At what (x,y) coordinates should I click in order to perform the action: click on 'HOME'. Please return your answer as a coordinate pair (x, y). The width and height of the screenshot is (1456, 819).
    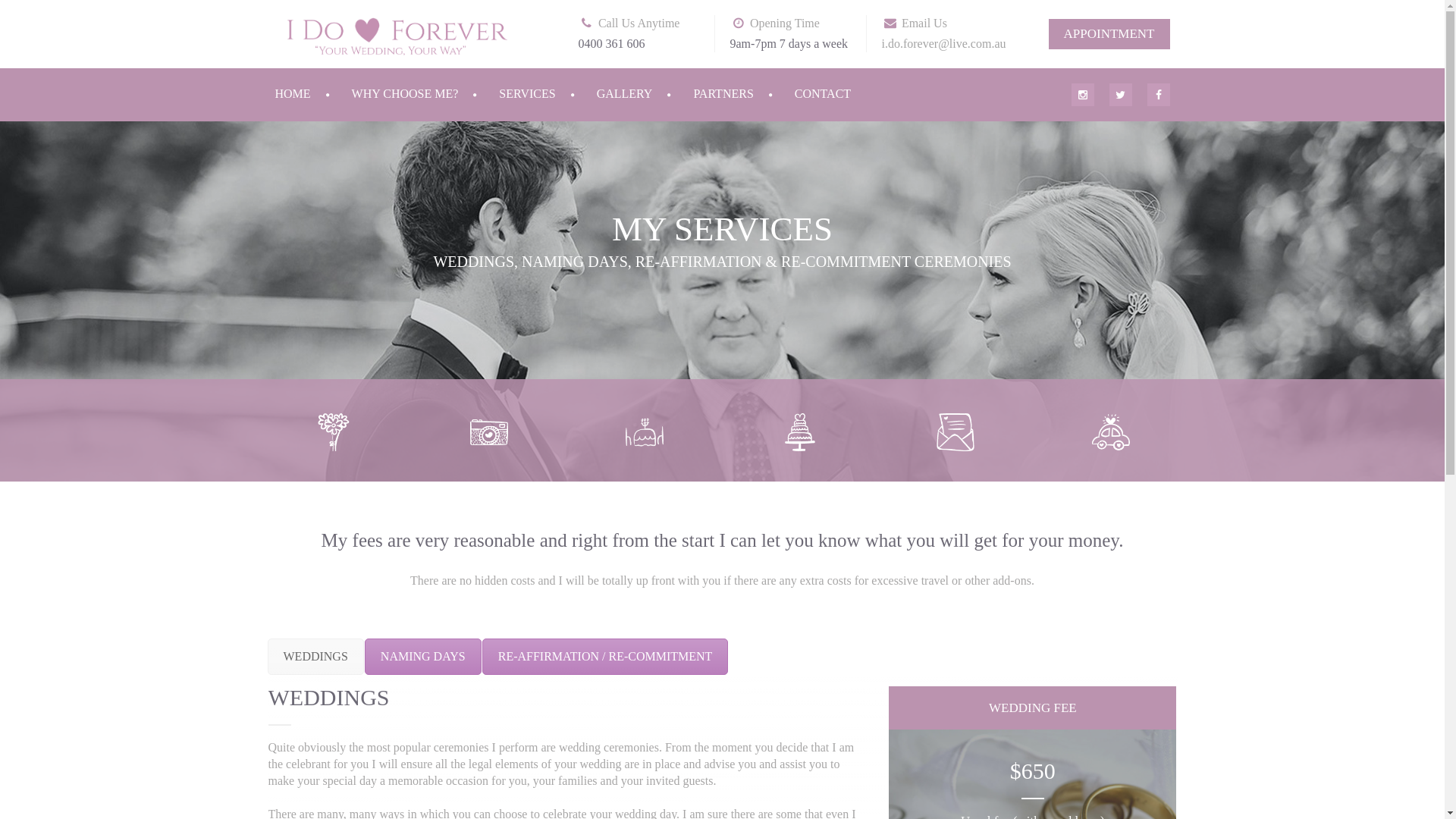
    Looking at the image, I should click on (308, 93).